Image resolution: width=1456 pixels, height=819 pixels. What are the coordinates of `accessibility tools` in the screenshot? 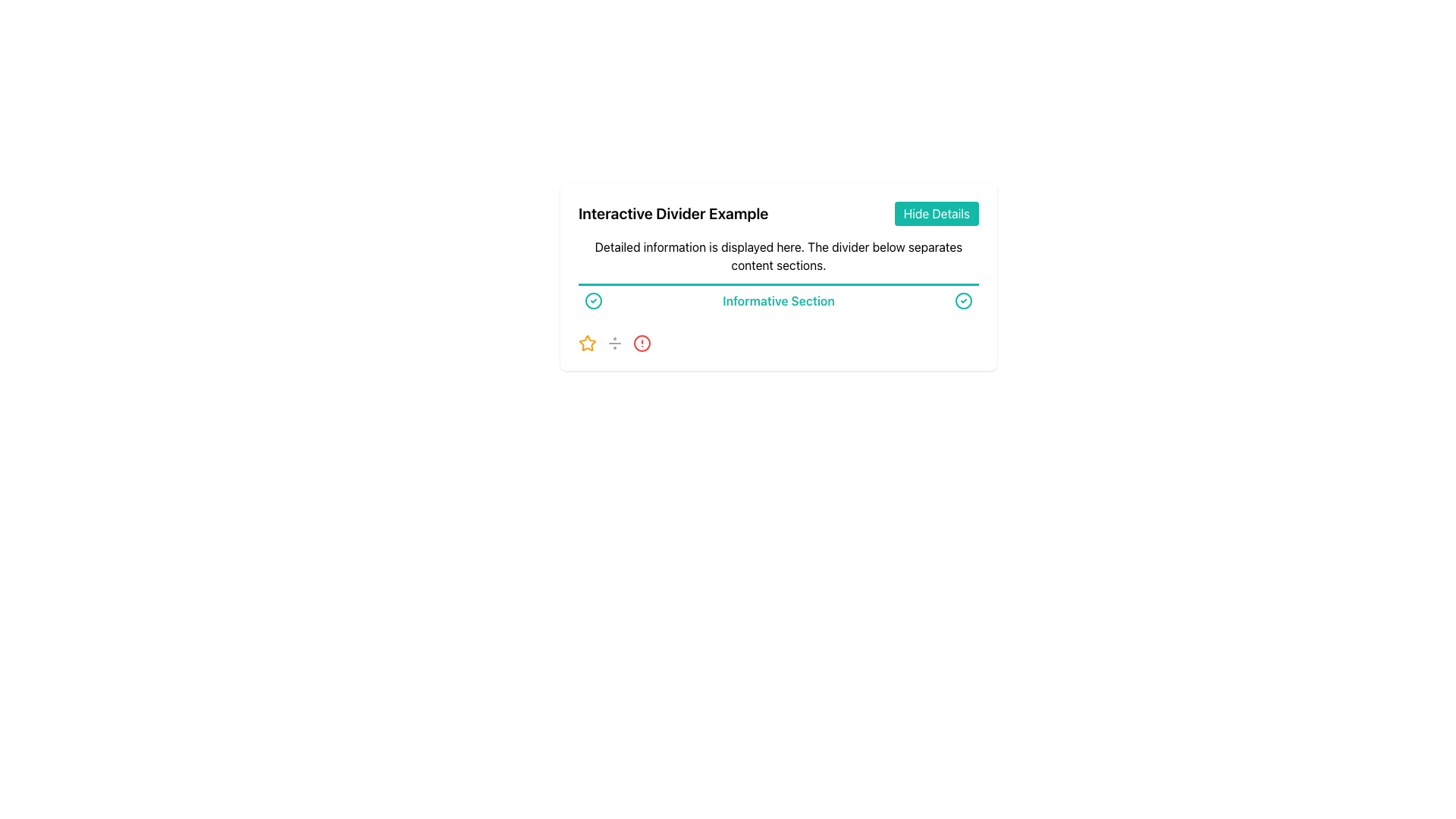 It's located at (642, 343).